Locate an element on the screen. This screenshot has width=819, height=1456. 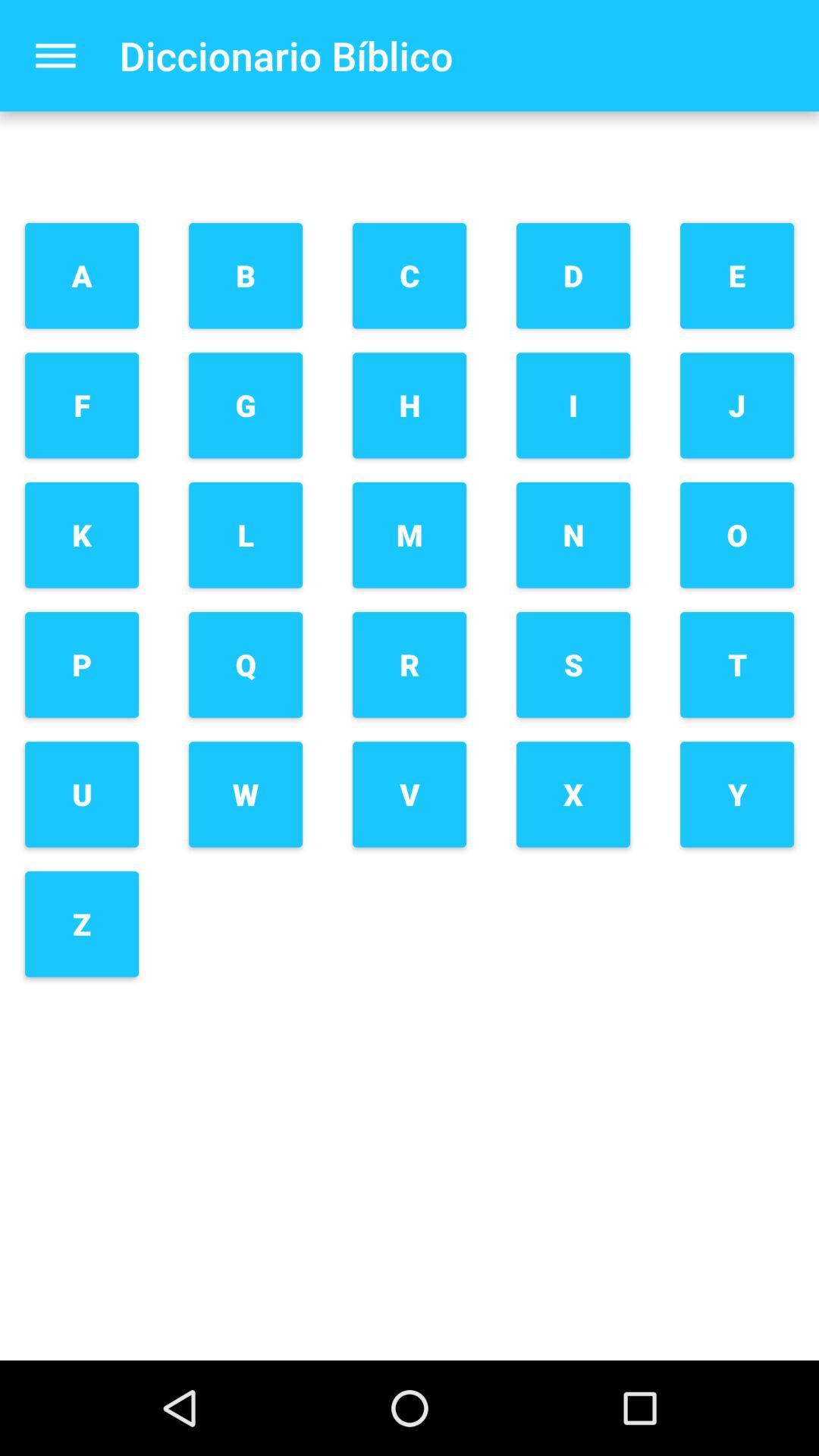
h icon is located at coordinates (409, 405).